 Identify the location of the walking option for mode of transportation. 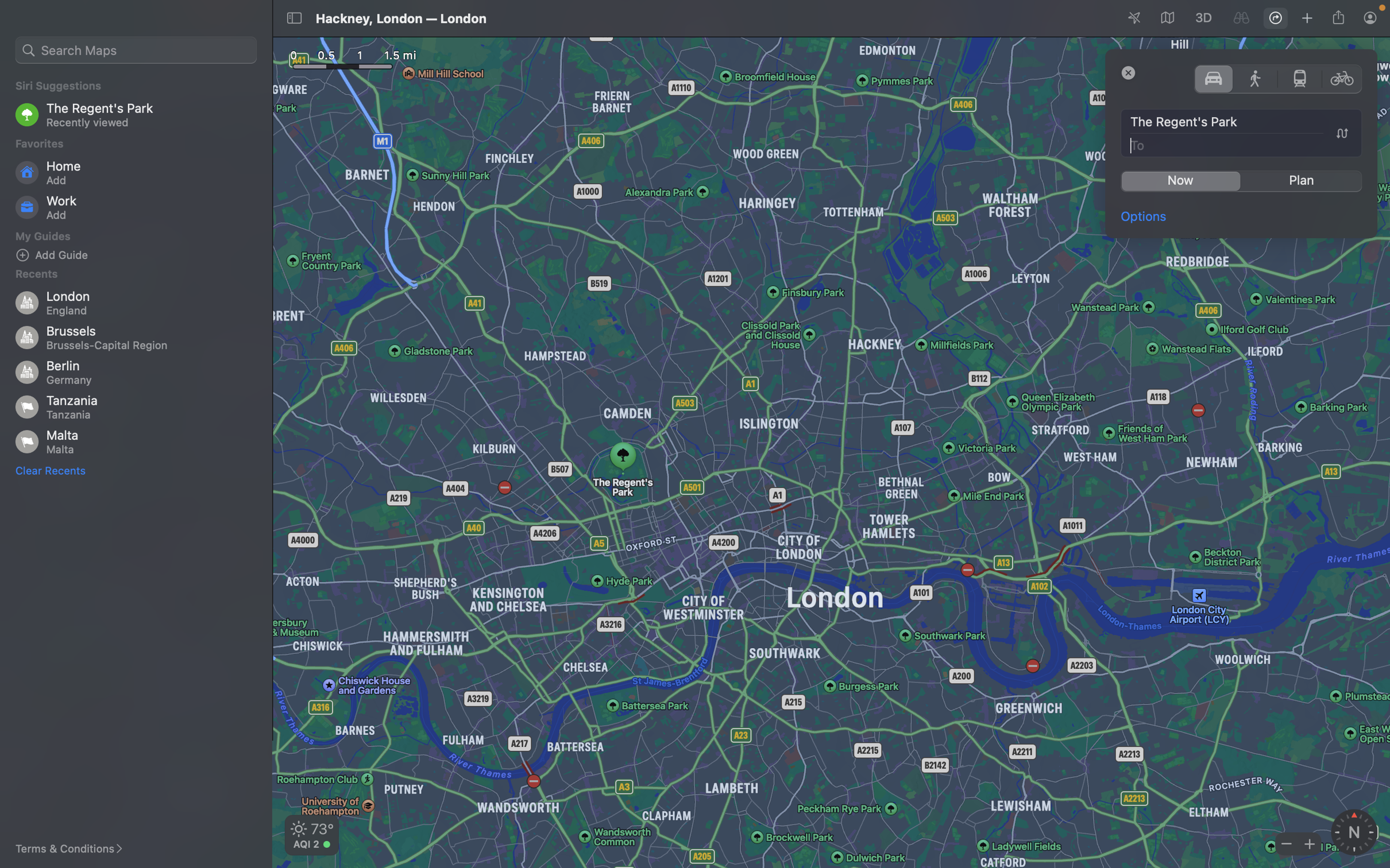
(1256, 77).